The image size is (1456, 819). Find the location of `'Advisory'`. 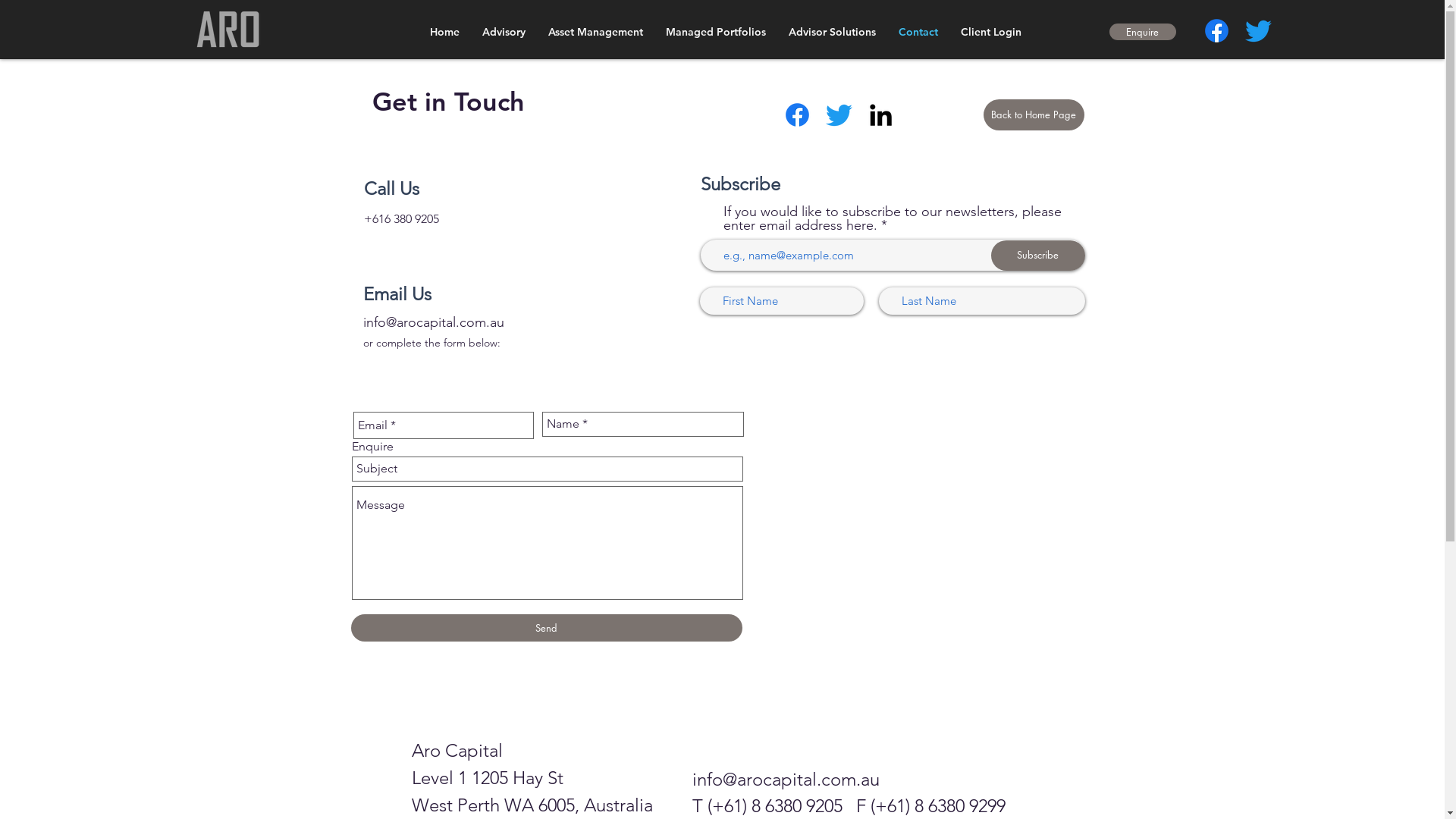

'Advisory' is located at coordinates (503, 32).